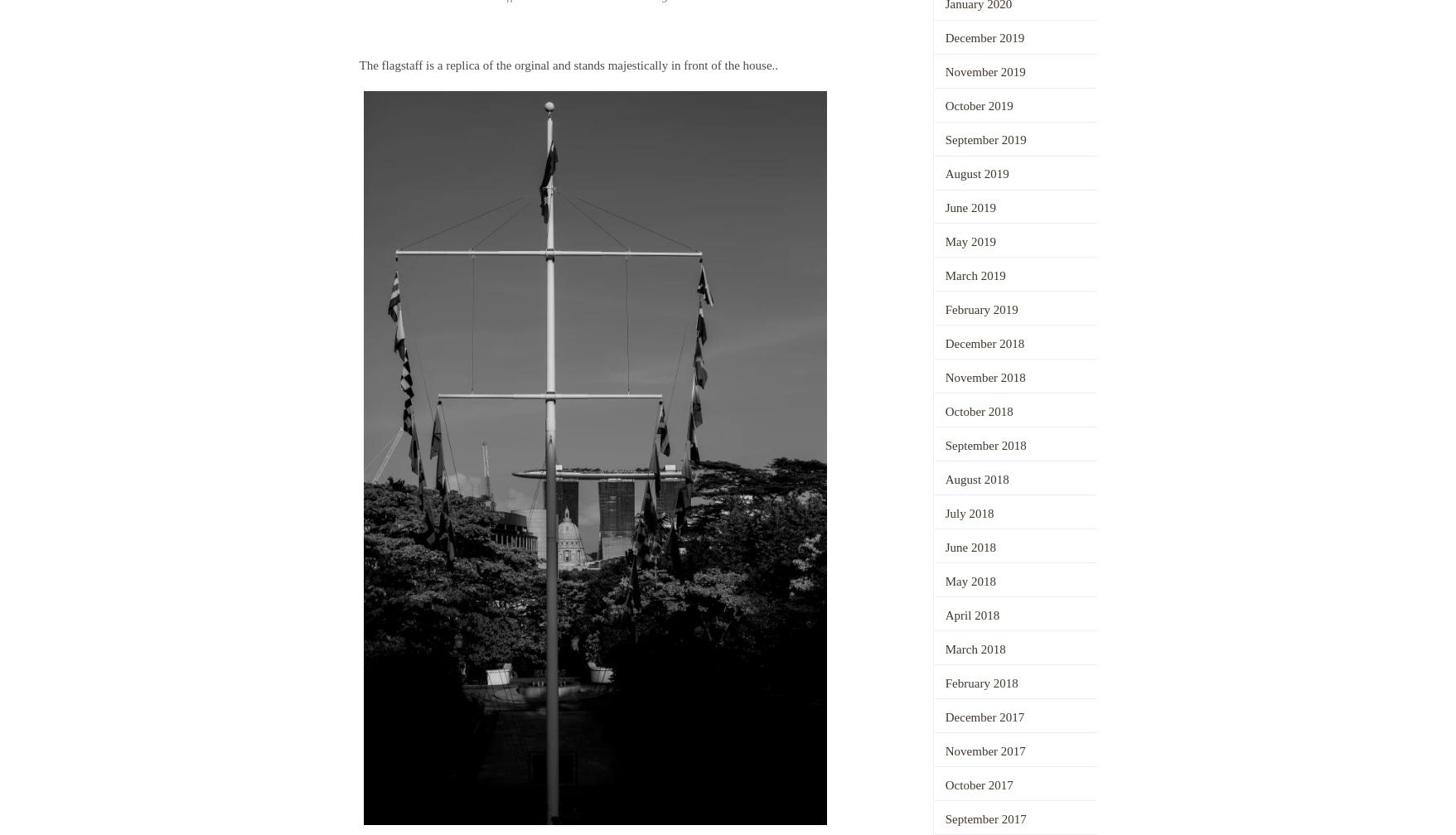  I want to click on 'March 2019', so click(943, 276).